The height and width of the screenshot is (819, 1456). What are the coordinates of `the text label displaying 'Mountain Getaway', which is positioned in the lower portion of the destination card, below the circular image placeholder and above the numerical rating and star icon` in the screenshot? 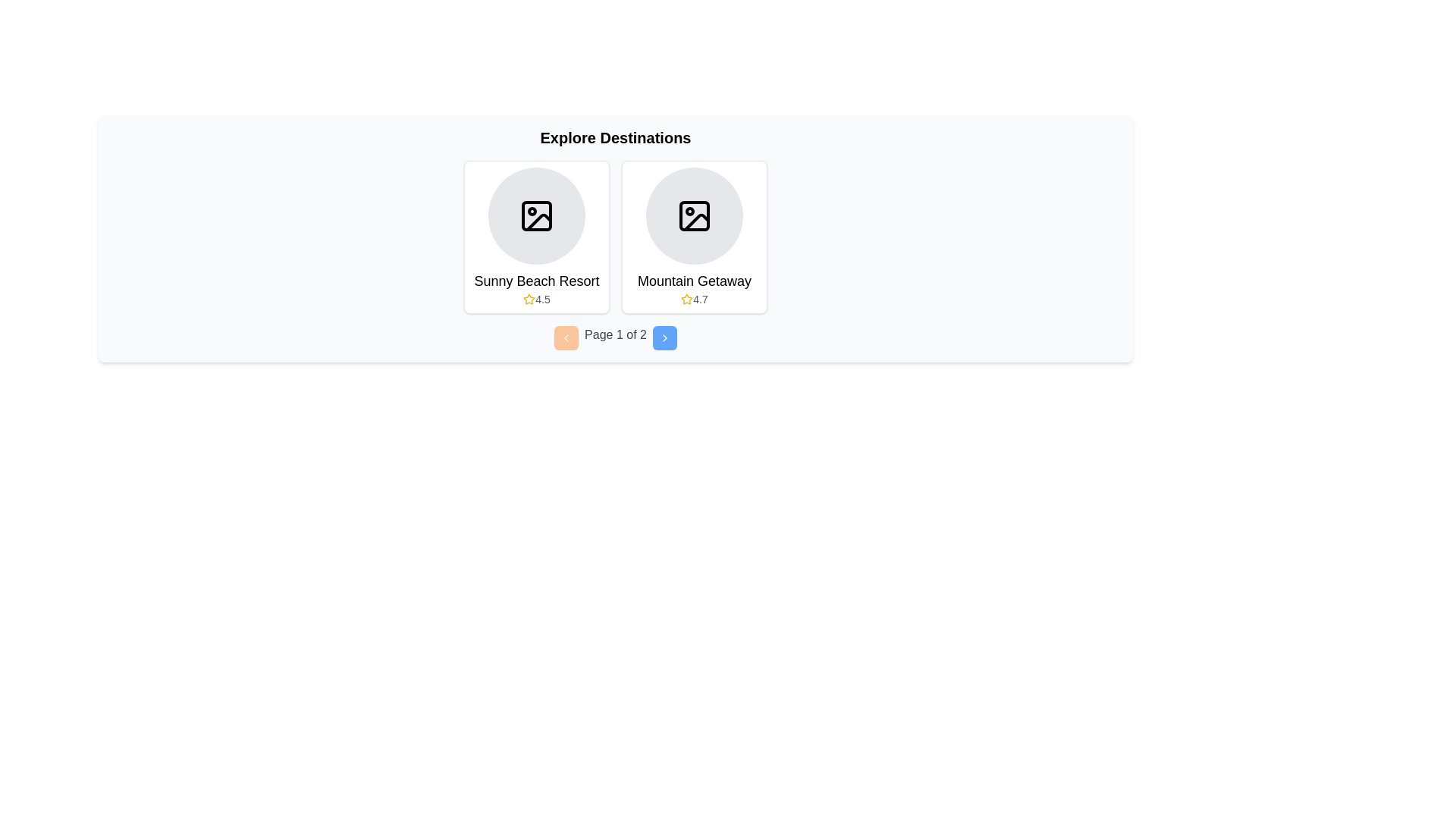 It's located at (694, 281).